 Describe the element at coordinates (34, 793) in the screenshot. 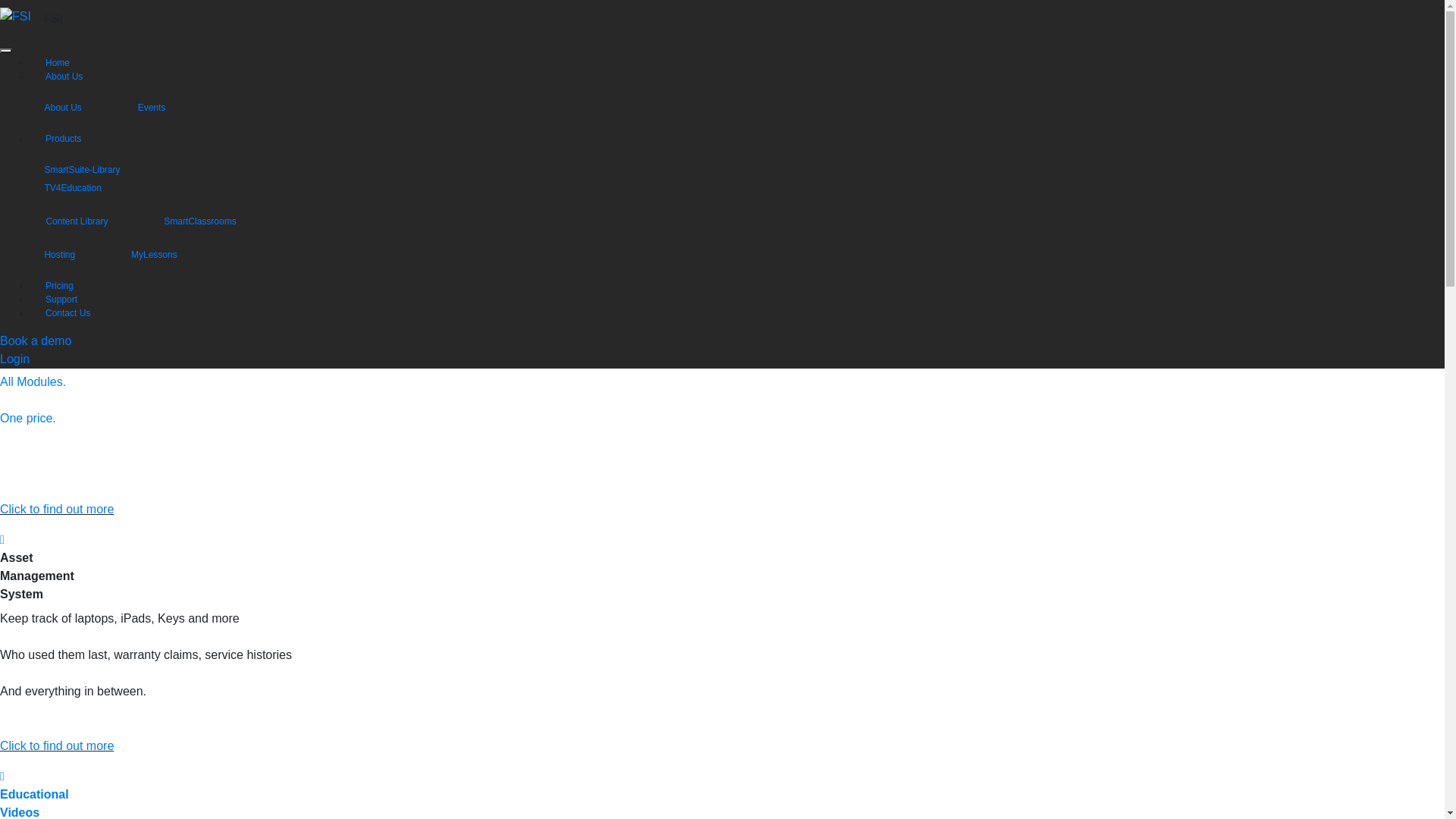

I see `'Educational'` at that location.